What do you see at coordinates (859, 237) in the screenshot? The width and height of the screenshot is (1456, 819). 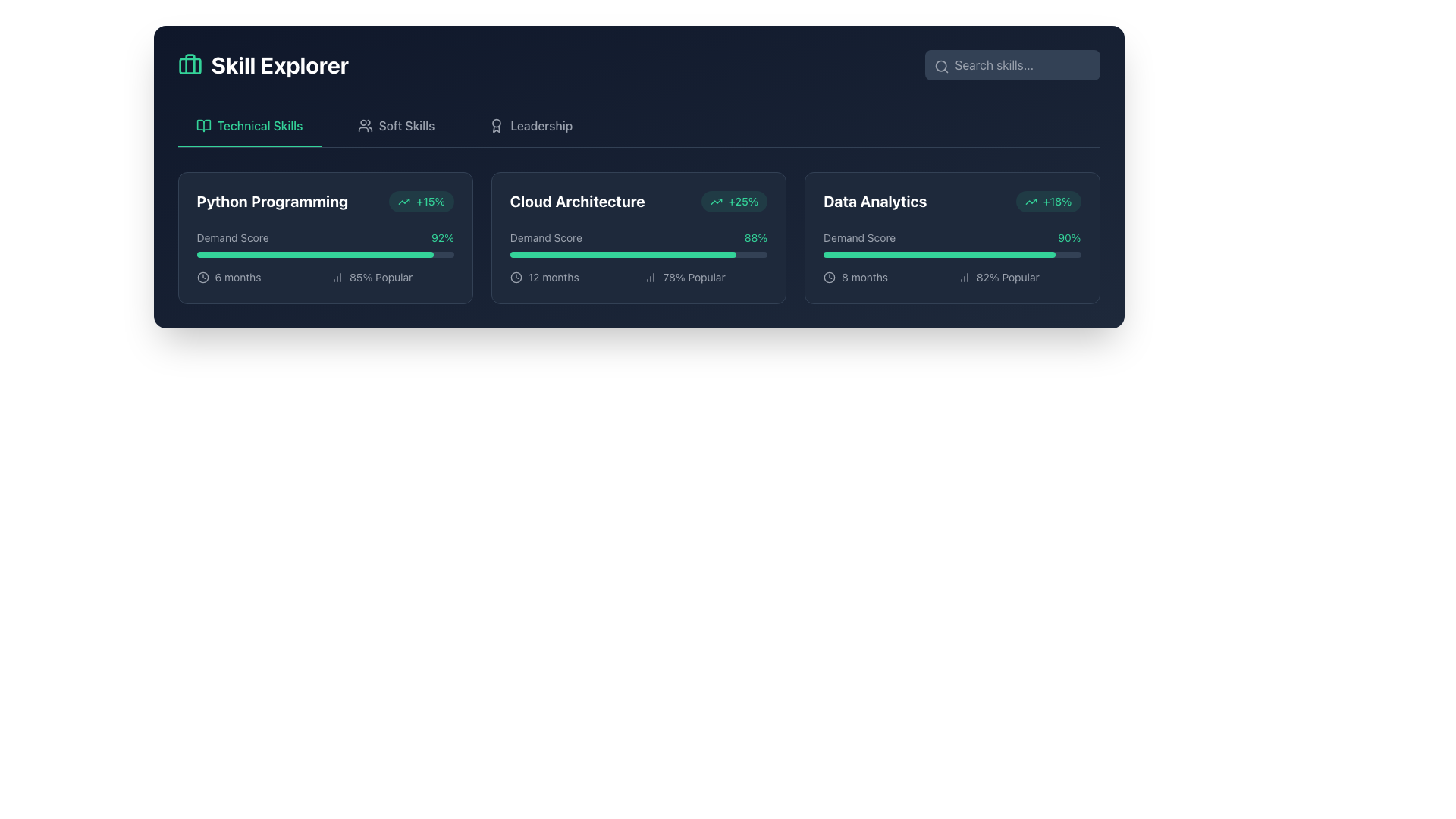 I see `the static text element displaying 'Demand Score' styled in light gray on a dark background, located in the 'Data Analytics' card` at bounding box center [859, 237].